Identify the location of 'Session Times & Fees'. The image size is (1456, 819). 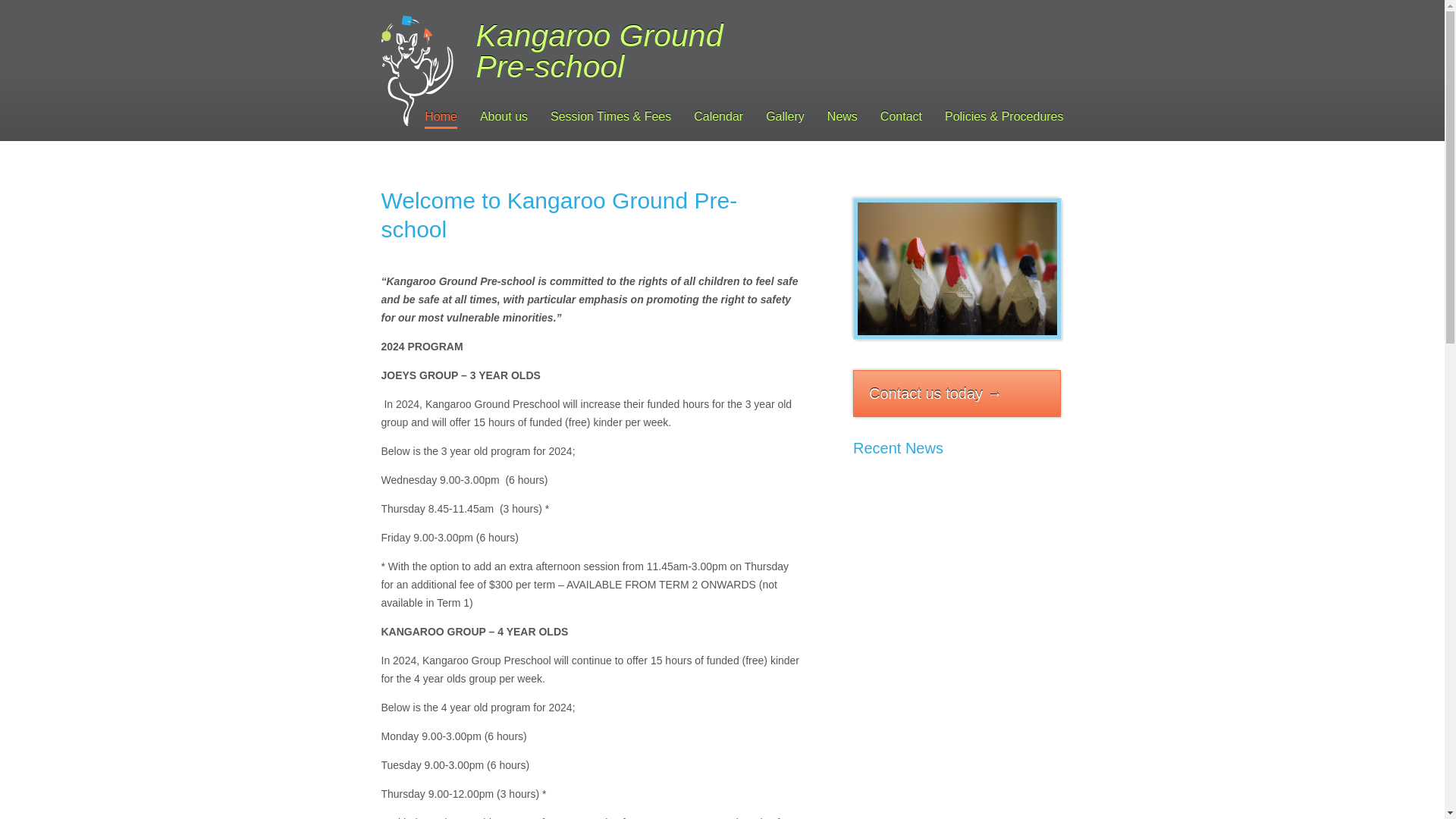
(610, 117).